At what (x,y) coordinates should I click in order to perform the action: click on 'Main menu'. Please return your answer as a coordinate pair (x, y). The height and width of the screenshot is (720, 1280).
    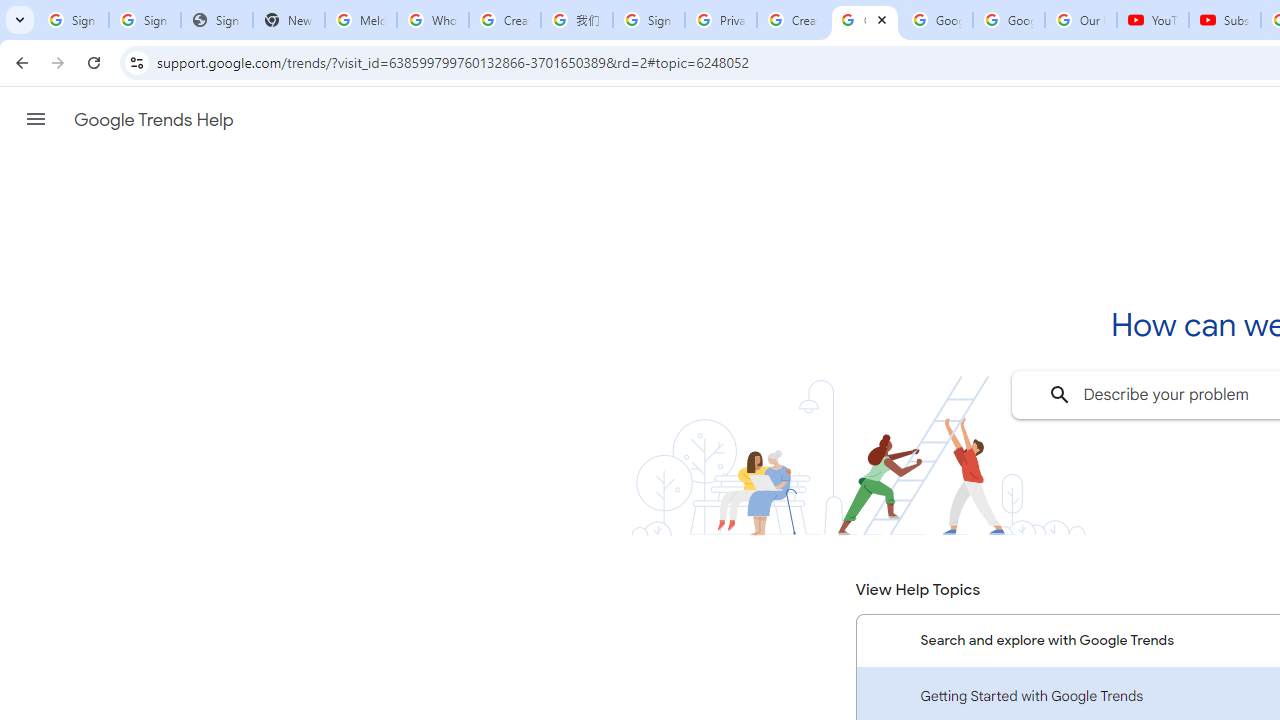
    Looking at the image, I should click on (35, 119).